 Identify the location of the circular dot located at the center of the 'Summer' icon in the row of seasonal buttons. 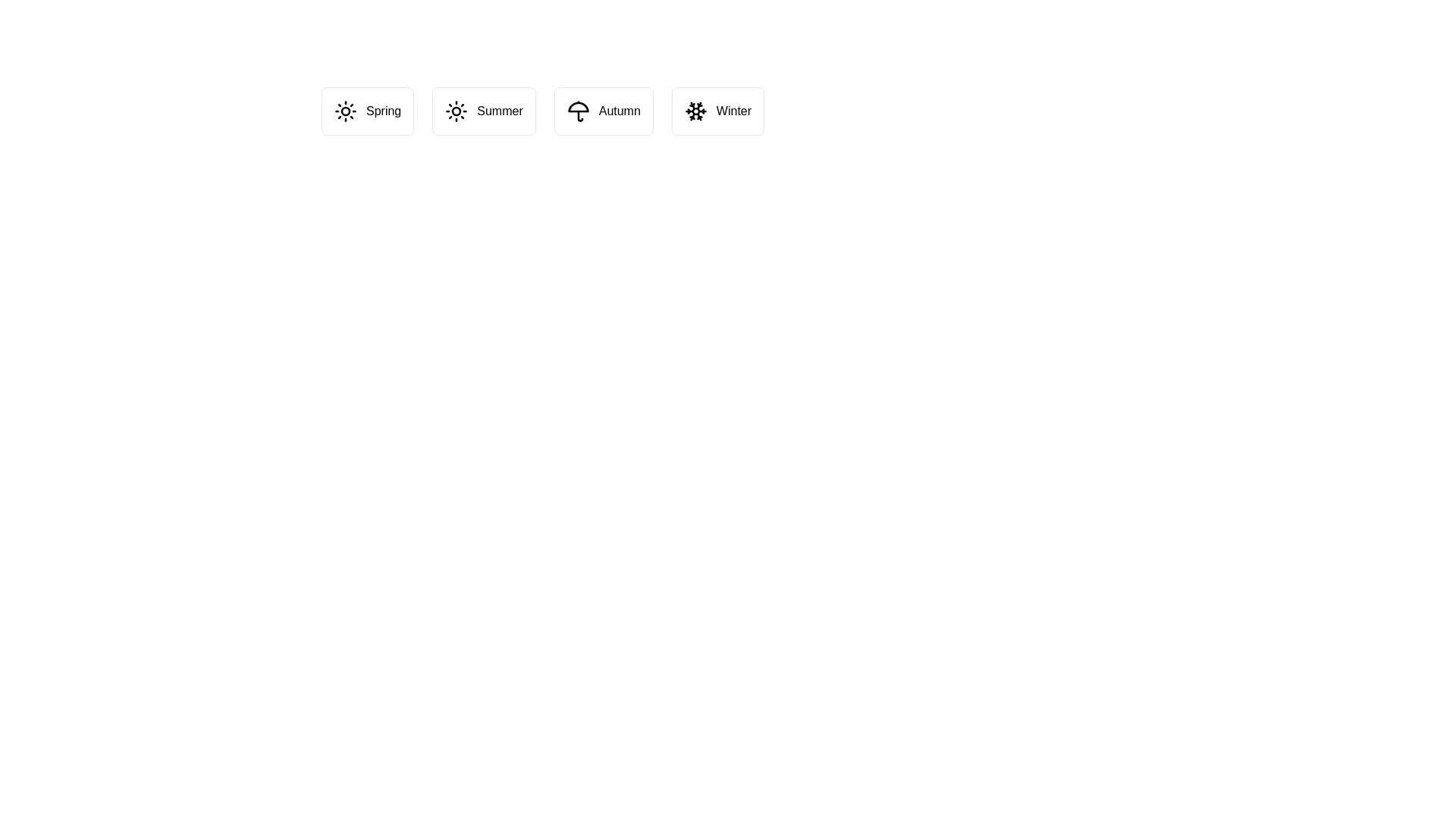
(456, 110).